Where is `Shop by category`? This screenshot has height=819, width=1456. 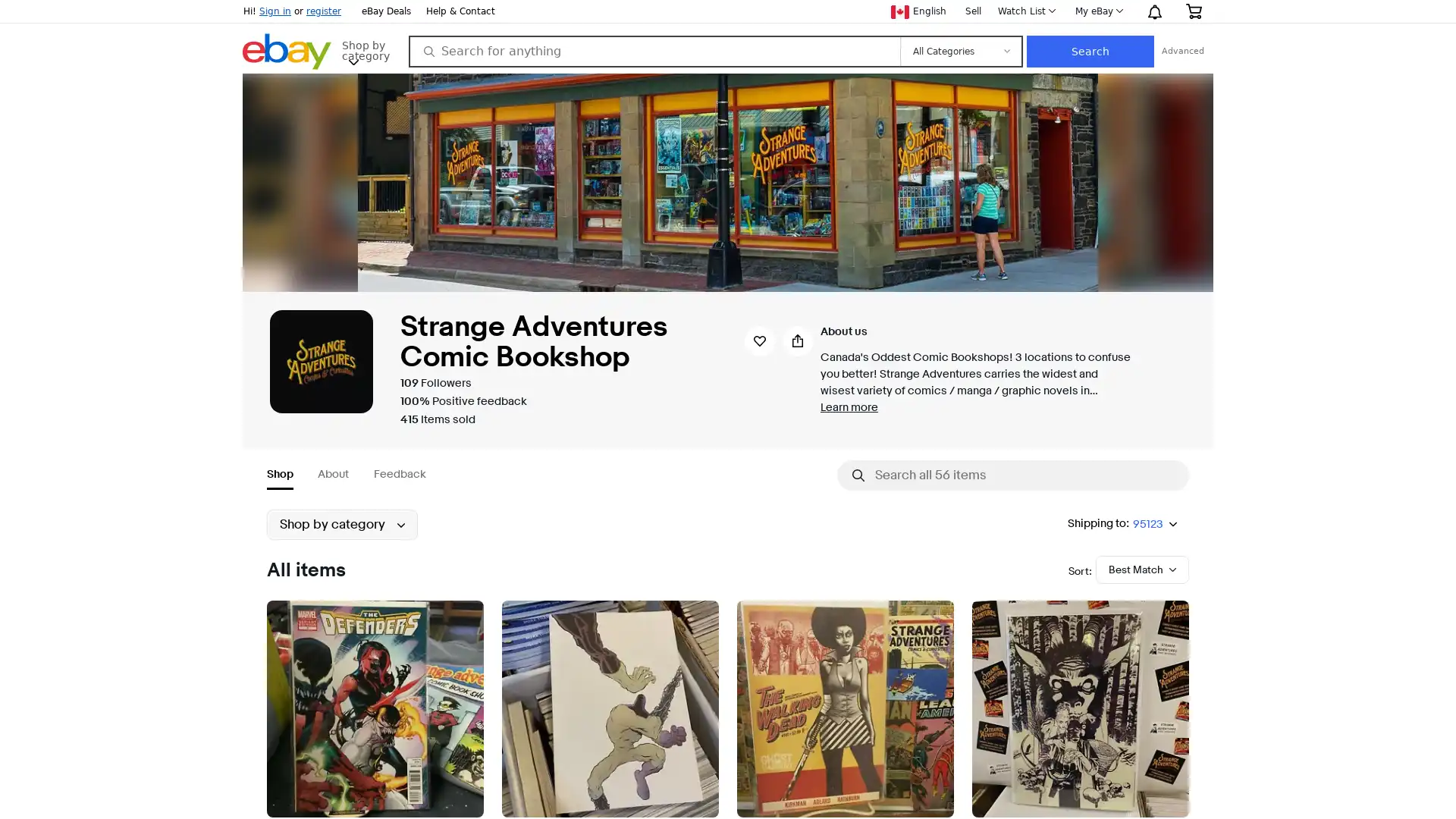 Shop by category is located at coordinates (341, 522).